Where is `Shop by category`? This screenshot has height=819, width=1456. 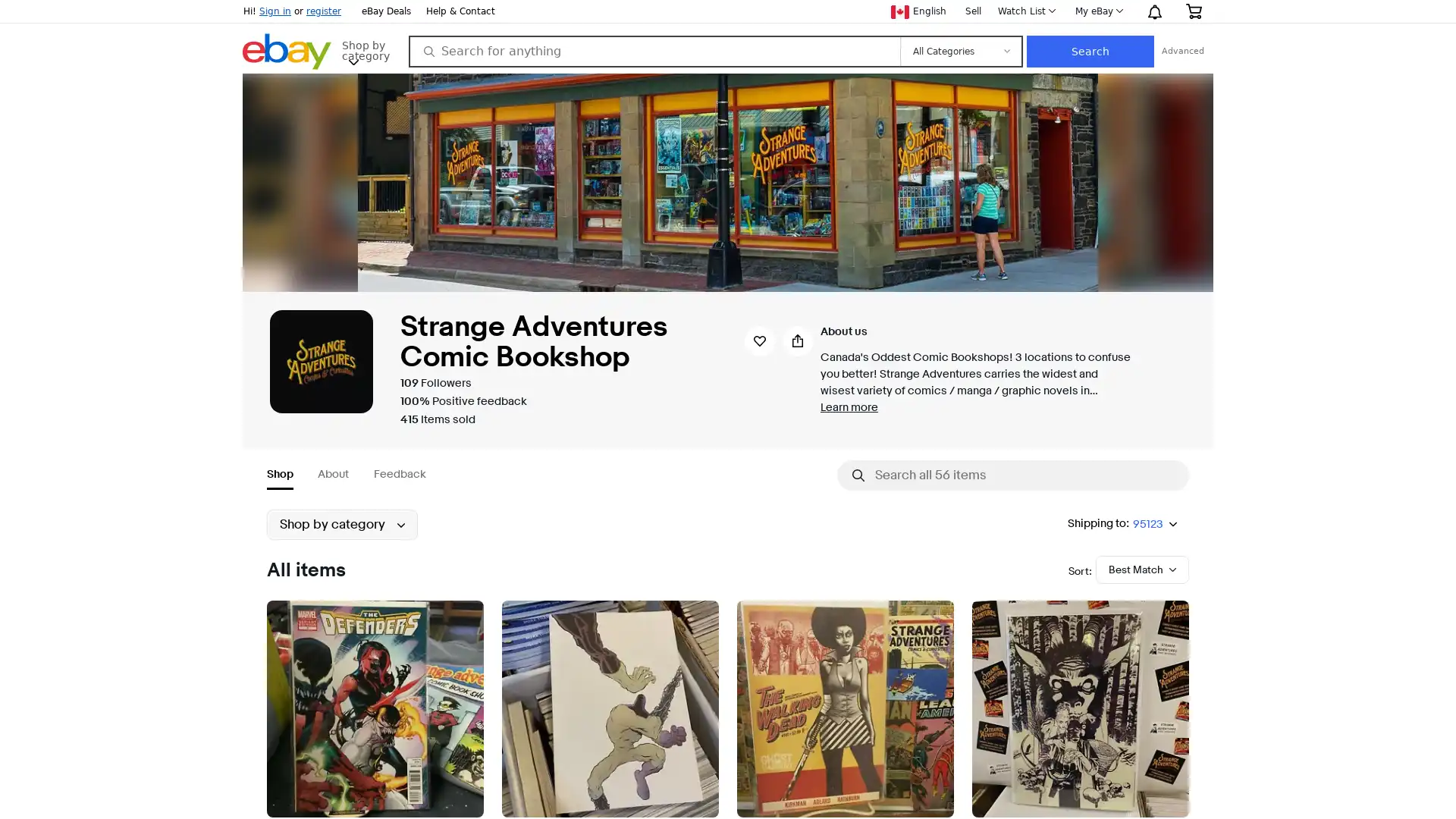 Shop by category is located at coordinates (341, 522).